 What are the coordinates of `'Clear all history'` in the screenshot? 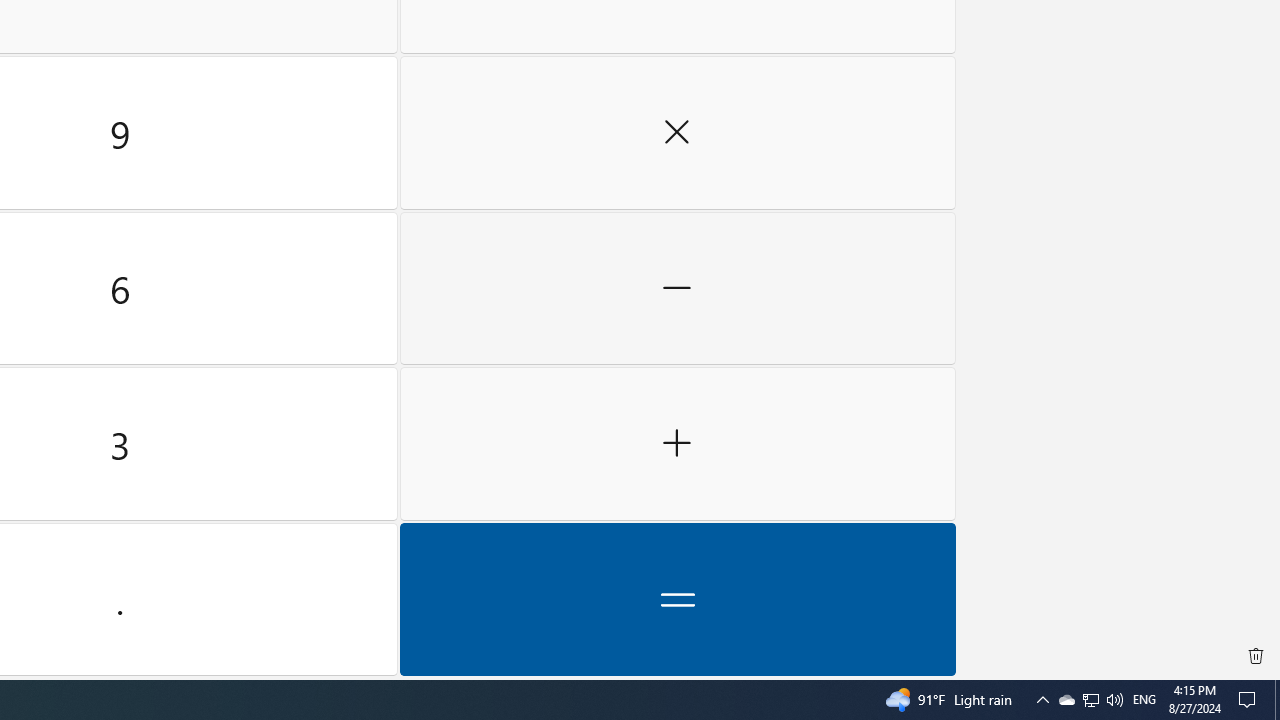 It's located at (1255, 655).